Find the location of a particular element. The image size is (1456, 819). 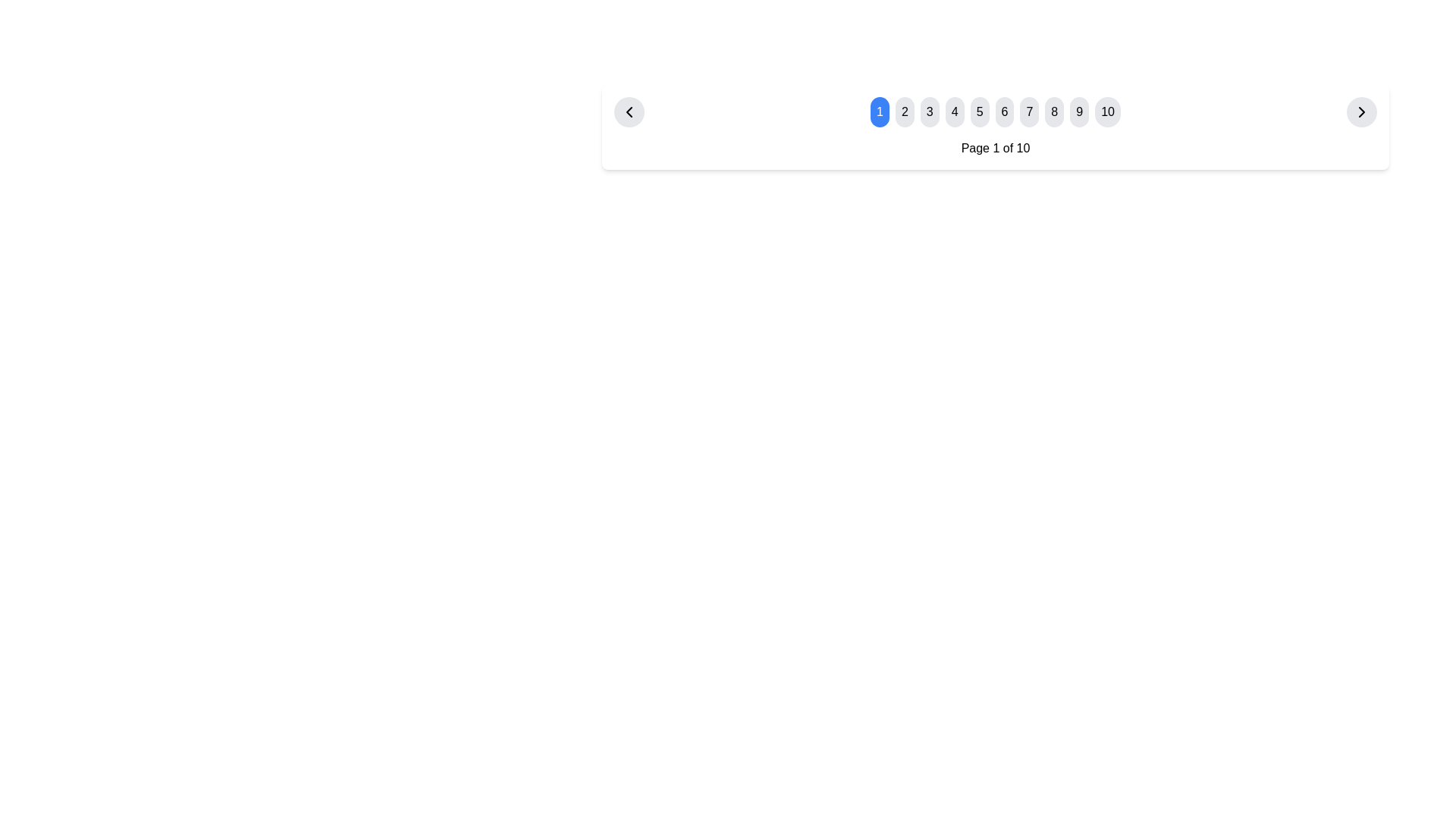

the left-pointing chevron icon within the gray circular button is located at coordinates (629, 111).